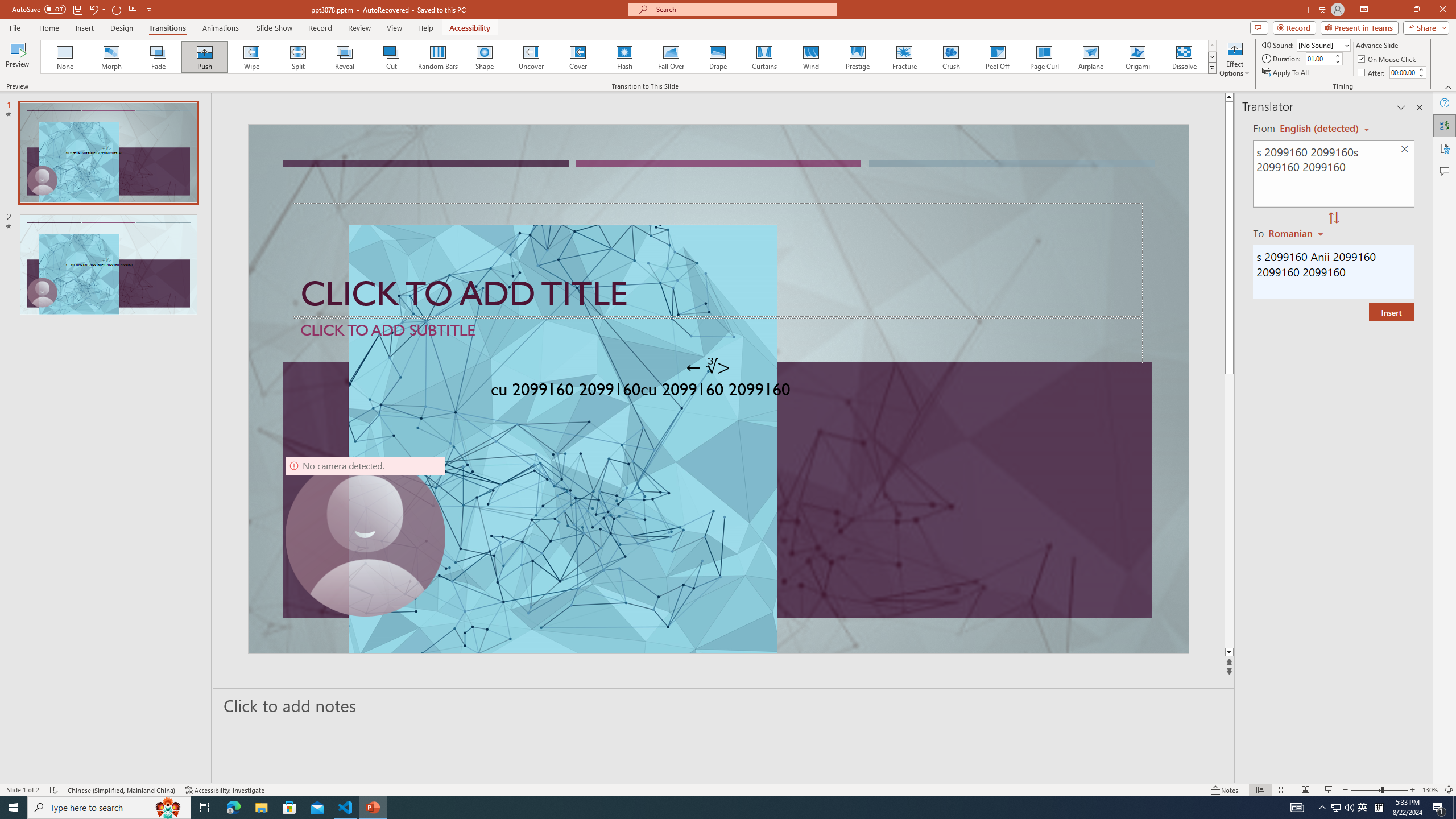 The height and width of the screenshot is (819, 1456). What do you see at coordinates (1387, 59) in the screenshot?
I see `'On Mouse Click'` at bounding box center [1387, 59].